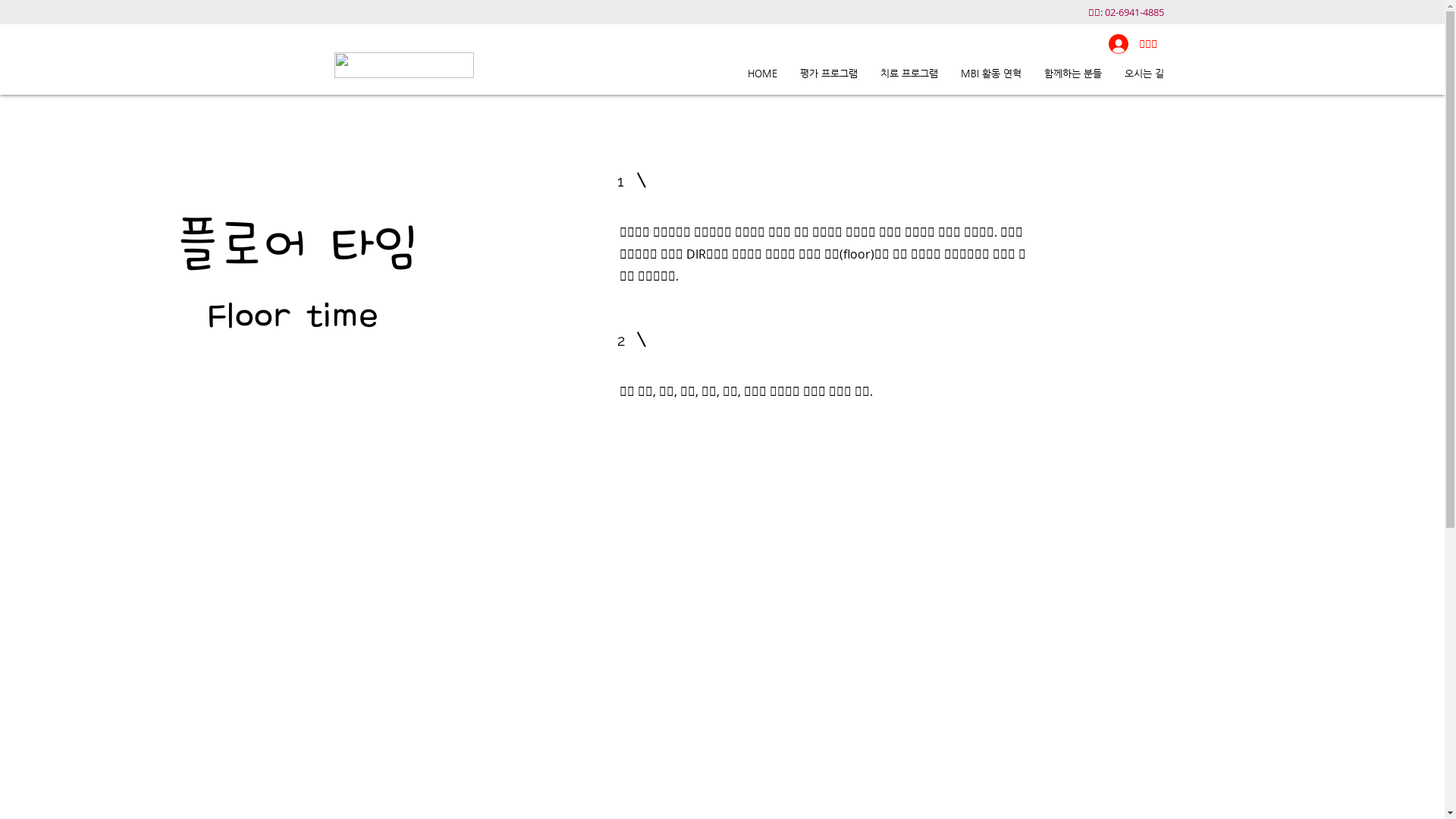 The height and width of the screenshot is (819, 1456). What do you see at coordinates (761, 73) in the screenshot?
I see `'HOME'` at bounding box center [761, 73].